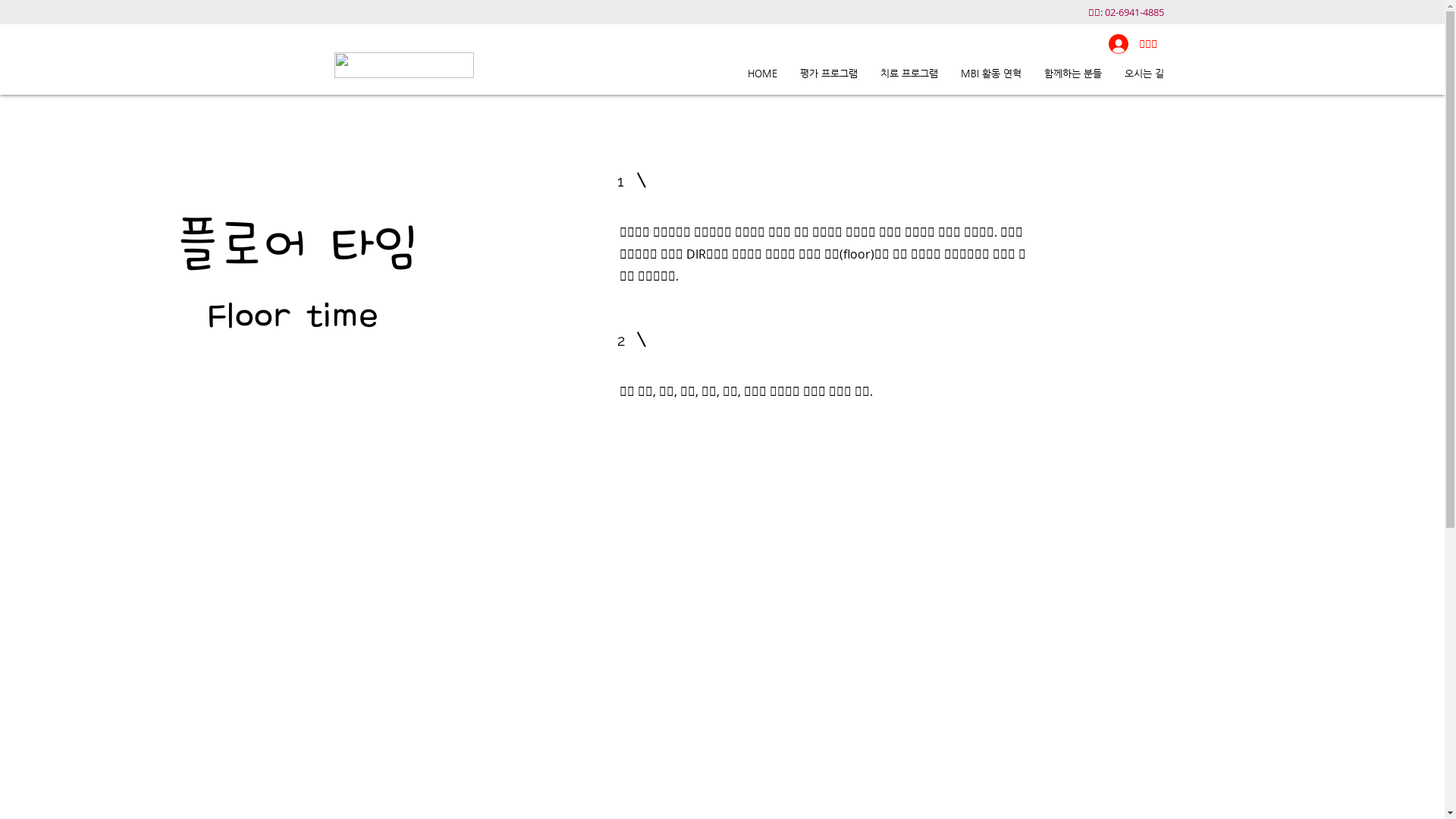 The height and width of the screenshot is (819, 1456). What do you see at coordinates (761, 73) in the screenshot?
I see `'HOME'` at bounding box center [761, 73].